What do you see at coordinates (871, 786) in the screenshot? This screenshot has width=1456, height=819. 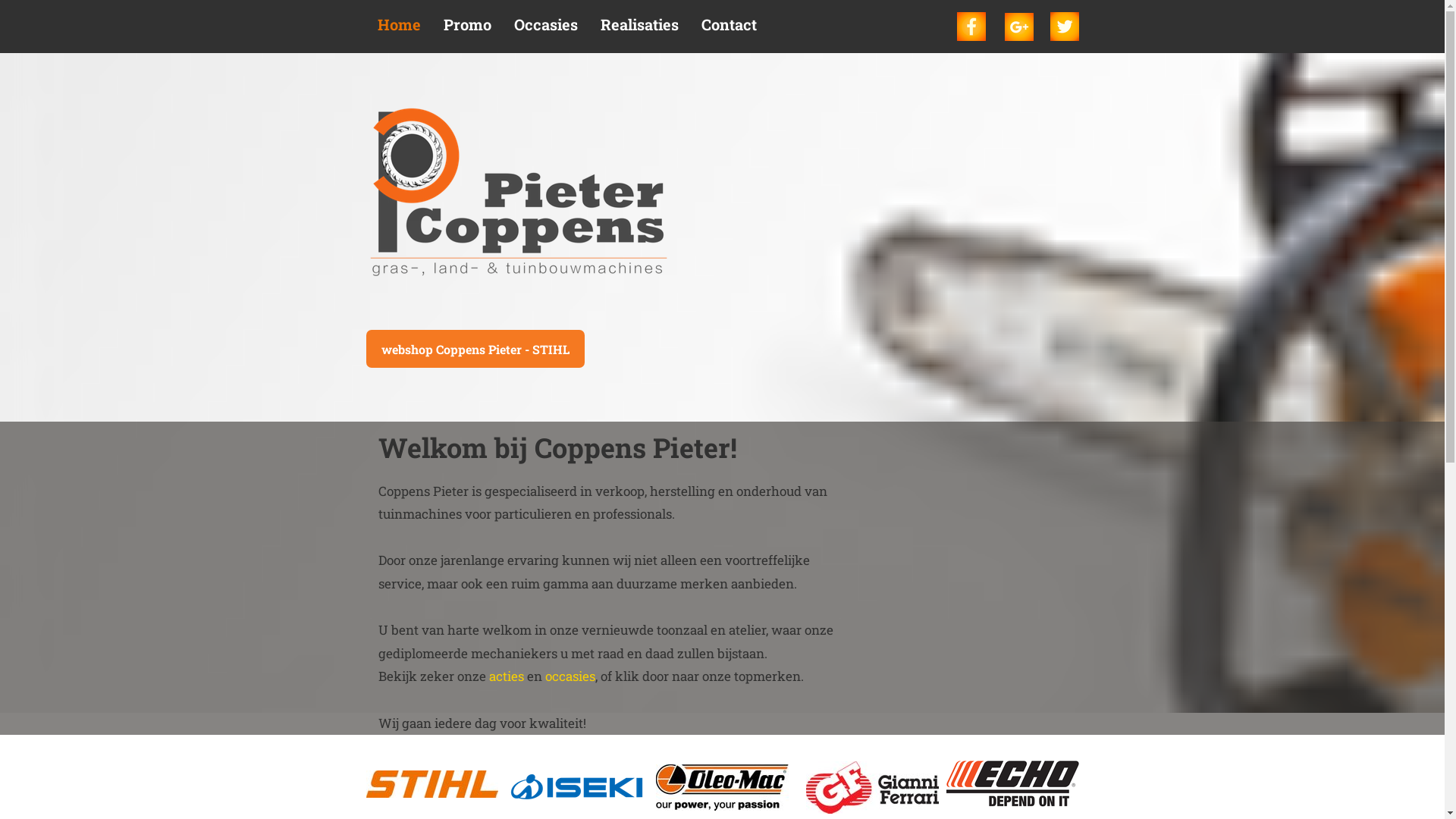 I see `'Gianni Ferrari'` at bounding box center [871, 786].